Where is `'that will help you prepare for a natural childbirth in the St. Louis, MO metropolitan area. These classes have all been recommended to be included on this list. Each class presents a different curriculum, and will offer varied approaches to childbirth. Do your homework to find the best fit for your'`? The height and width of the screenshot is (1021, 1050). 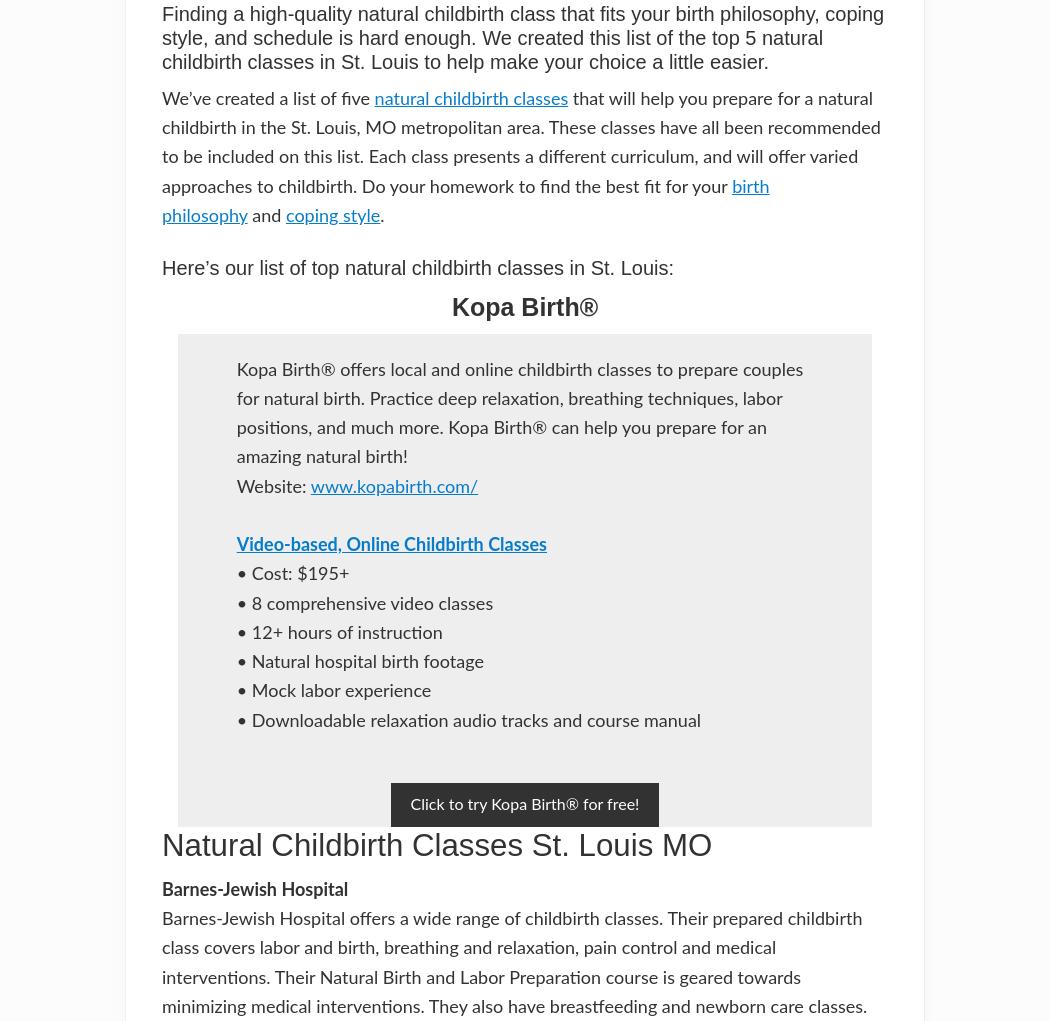
'that will help you prepare for a natural childbirth in the St. Louis, MO metropolitan area. These classes have all been recommended to be included on this list. Each class presents a different curriculum, and will offer varied approaches to childbirth. Do your homework to find the best fit for your' is located at coordinates (162, 143).